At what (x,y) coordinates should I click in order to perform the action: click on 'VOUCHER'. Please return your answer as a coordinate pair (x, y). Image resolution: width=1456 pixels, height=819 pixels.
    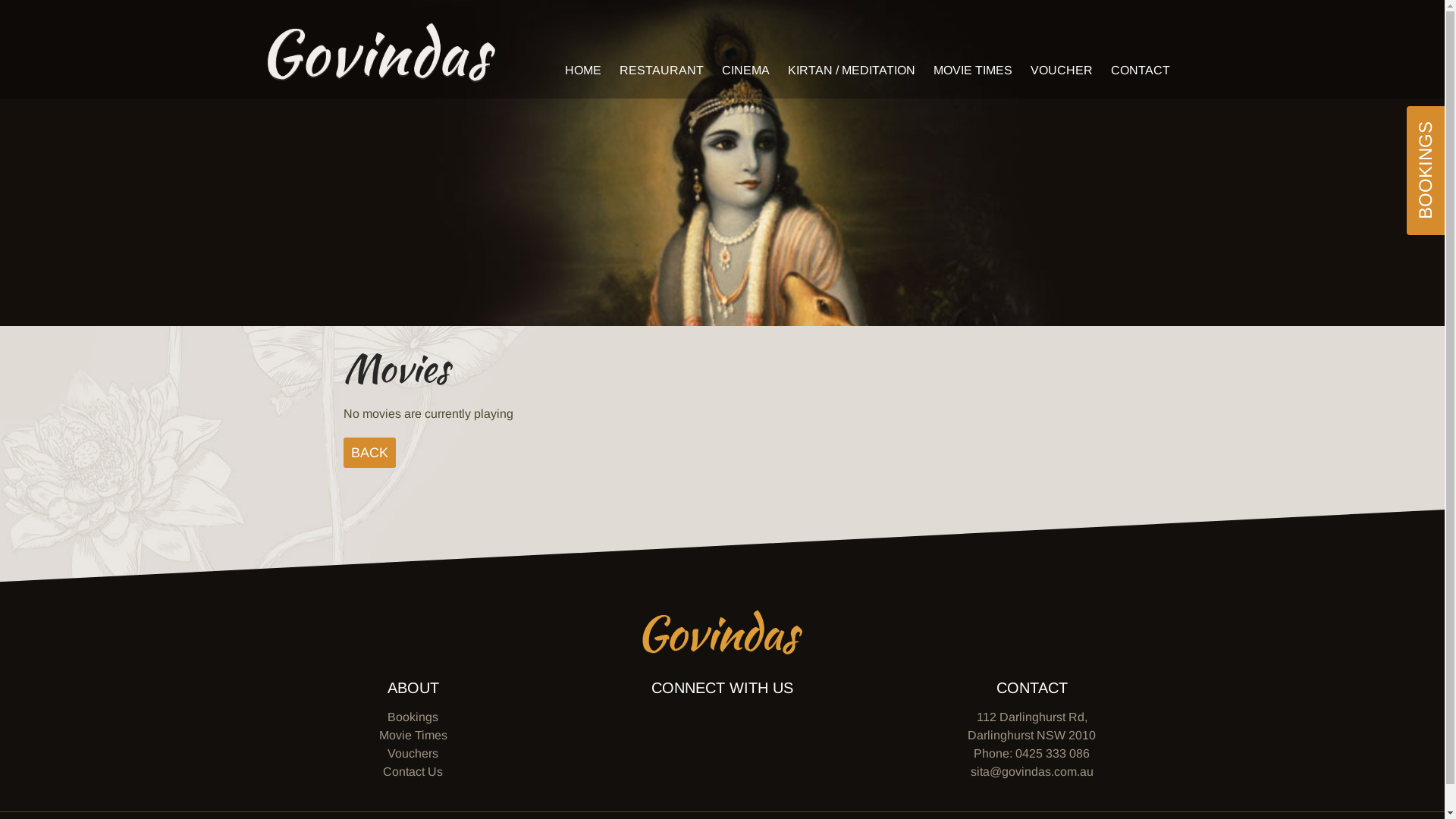
    Looking at the image, I should click on (1022, 70).